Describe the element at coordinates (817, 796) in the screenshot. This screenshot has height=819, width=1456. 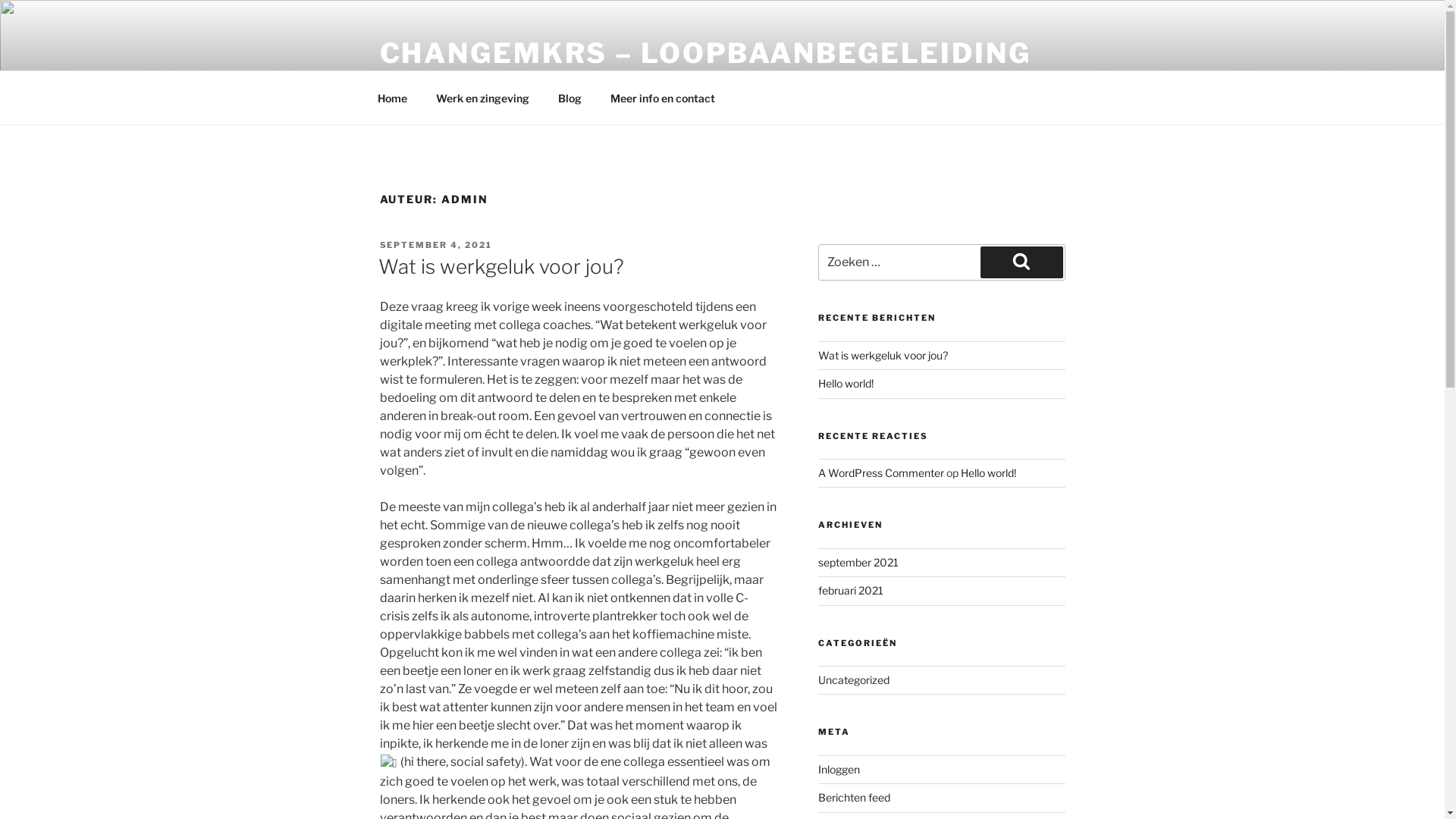
I see `'Berichten feed'` at that location.